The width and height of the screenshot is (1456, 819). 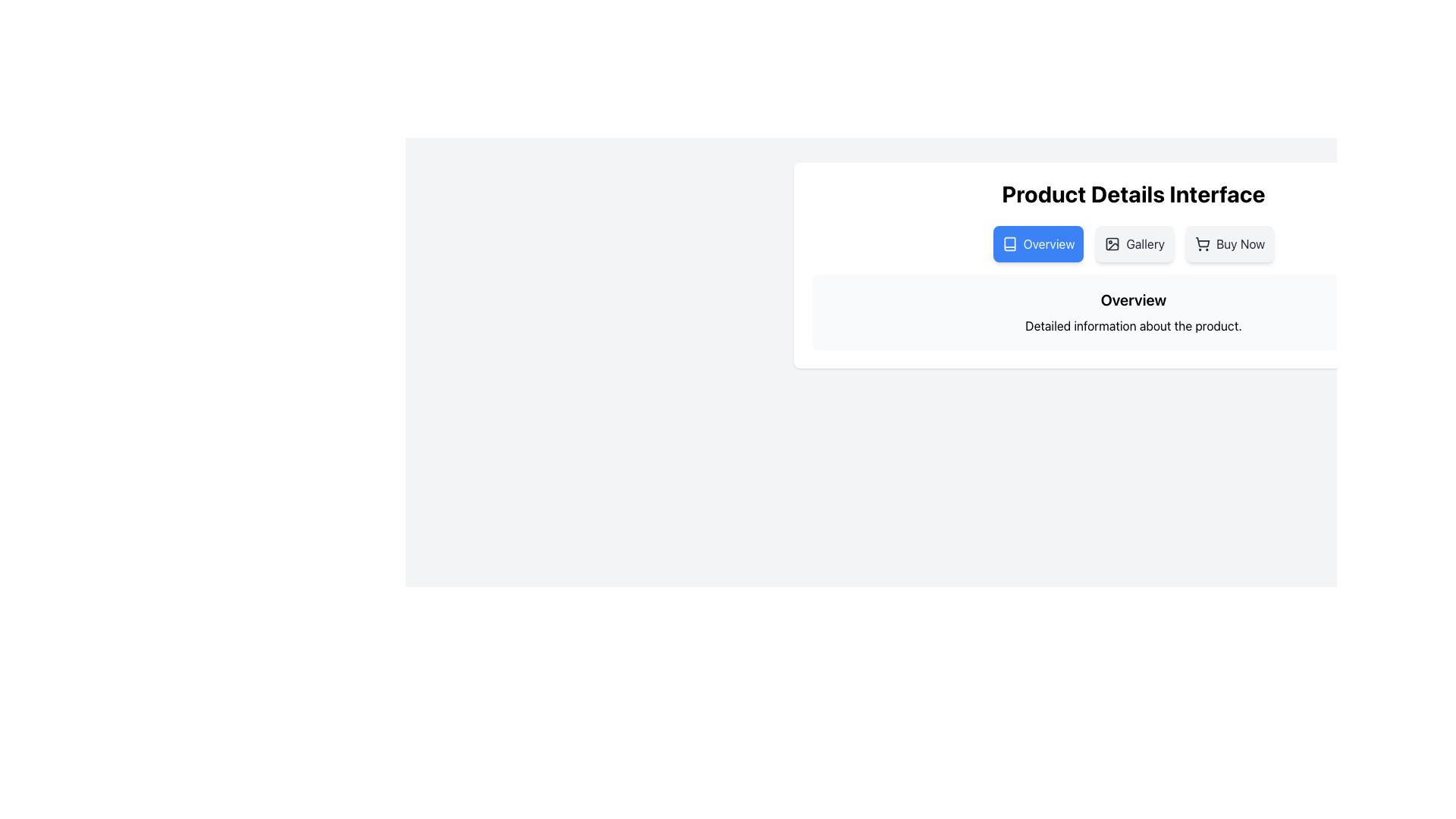 I want to click on the small white book icon embedded in the blue rectangular button labeled 'Overview', which is located on the left side of the button's text, so click(x=1009, y=243).